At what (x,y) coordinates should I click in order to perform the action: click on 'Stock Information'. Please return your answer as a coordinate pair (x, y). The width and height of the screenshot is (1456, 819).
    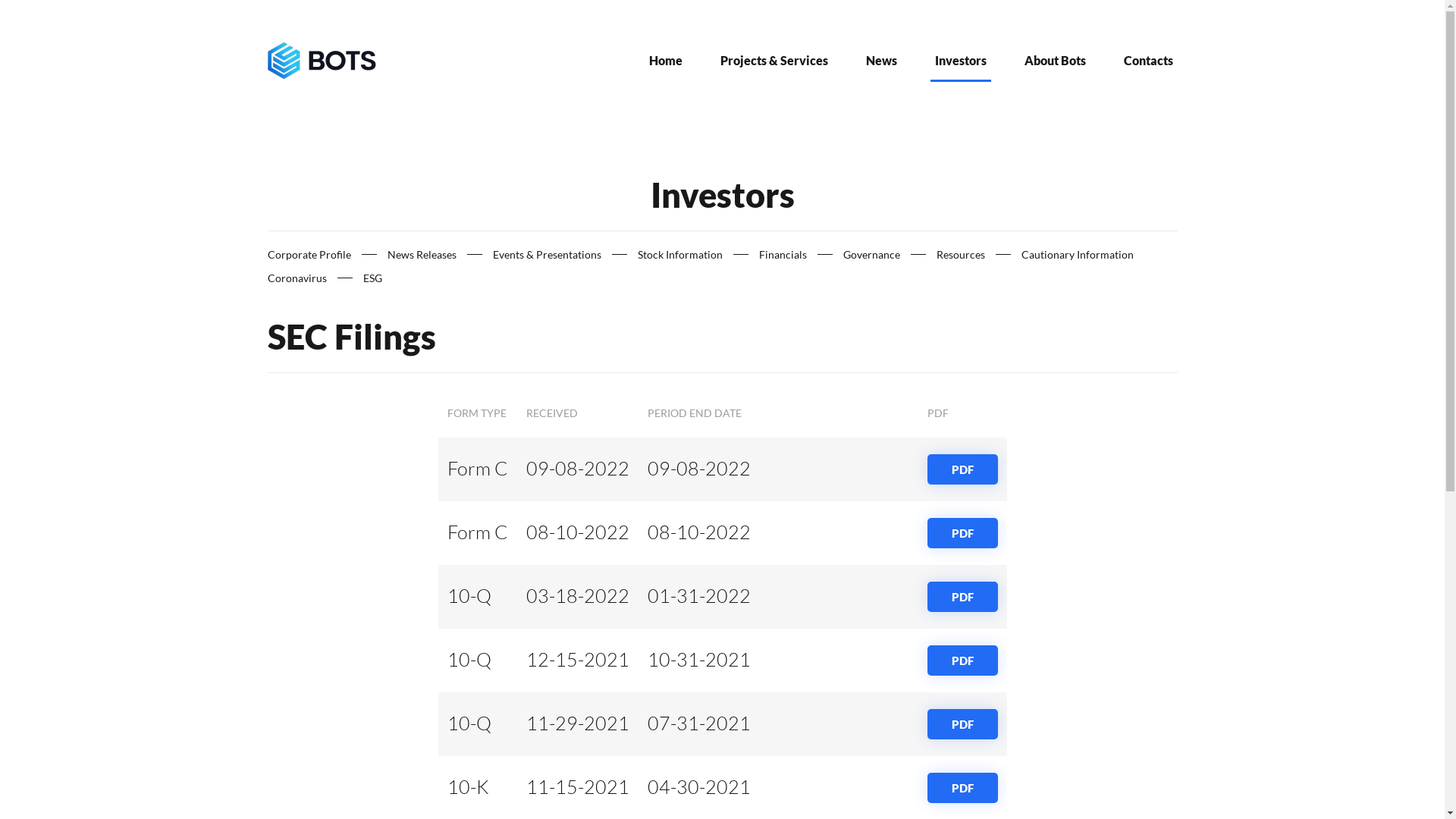
    Looking at the image, I should click on (637, 253).